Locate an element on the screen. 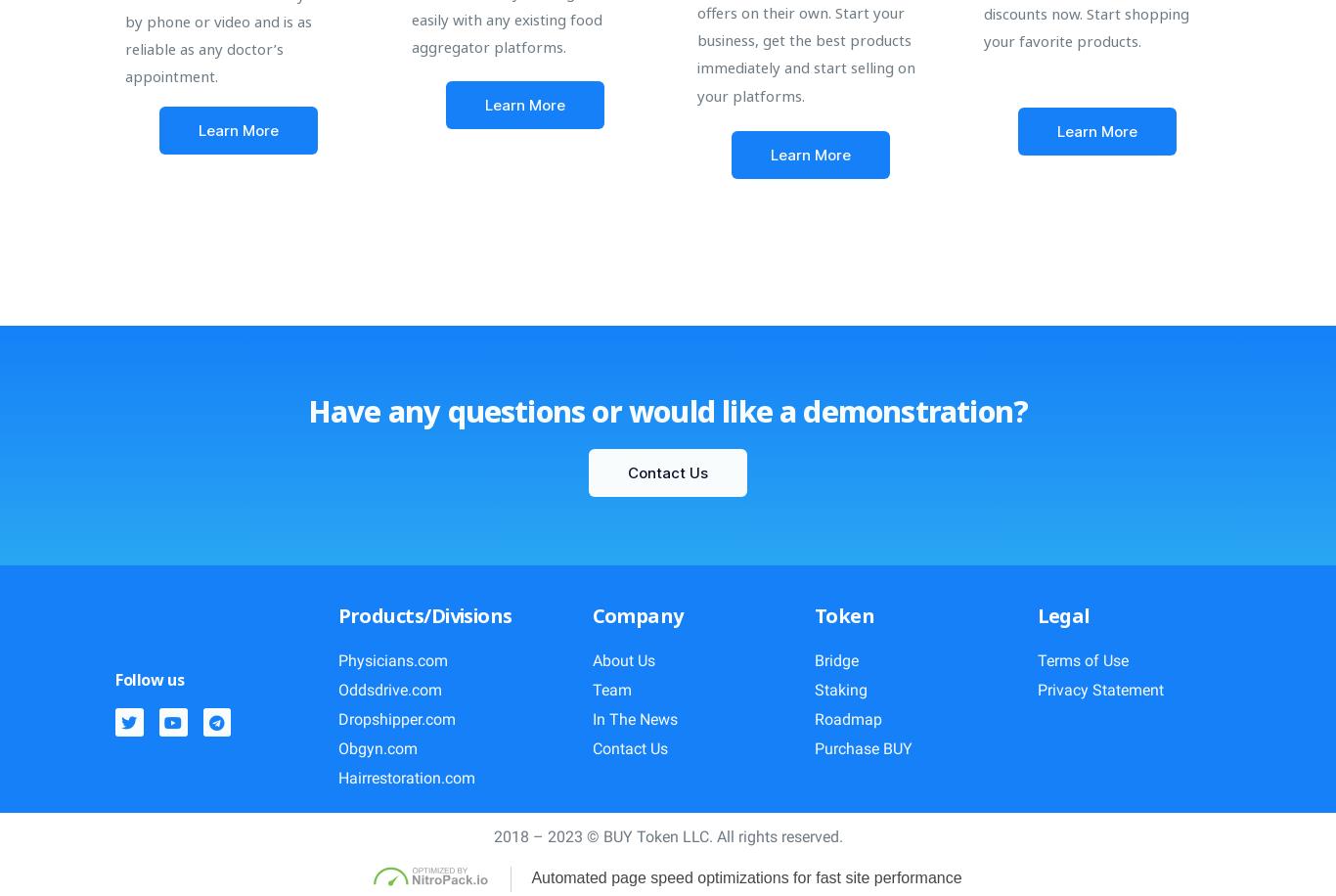 Image resolution: width=1336 pixels, height=896 pixels. 'Company' is located at coordinates (591, 614).